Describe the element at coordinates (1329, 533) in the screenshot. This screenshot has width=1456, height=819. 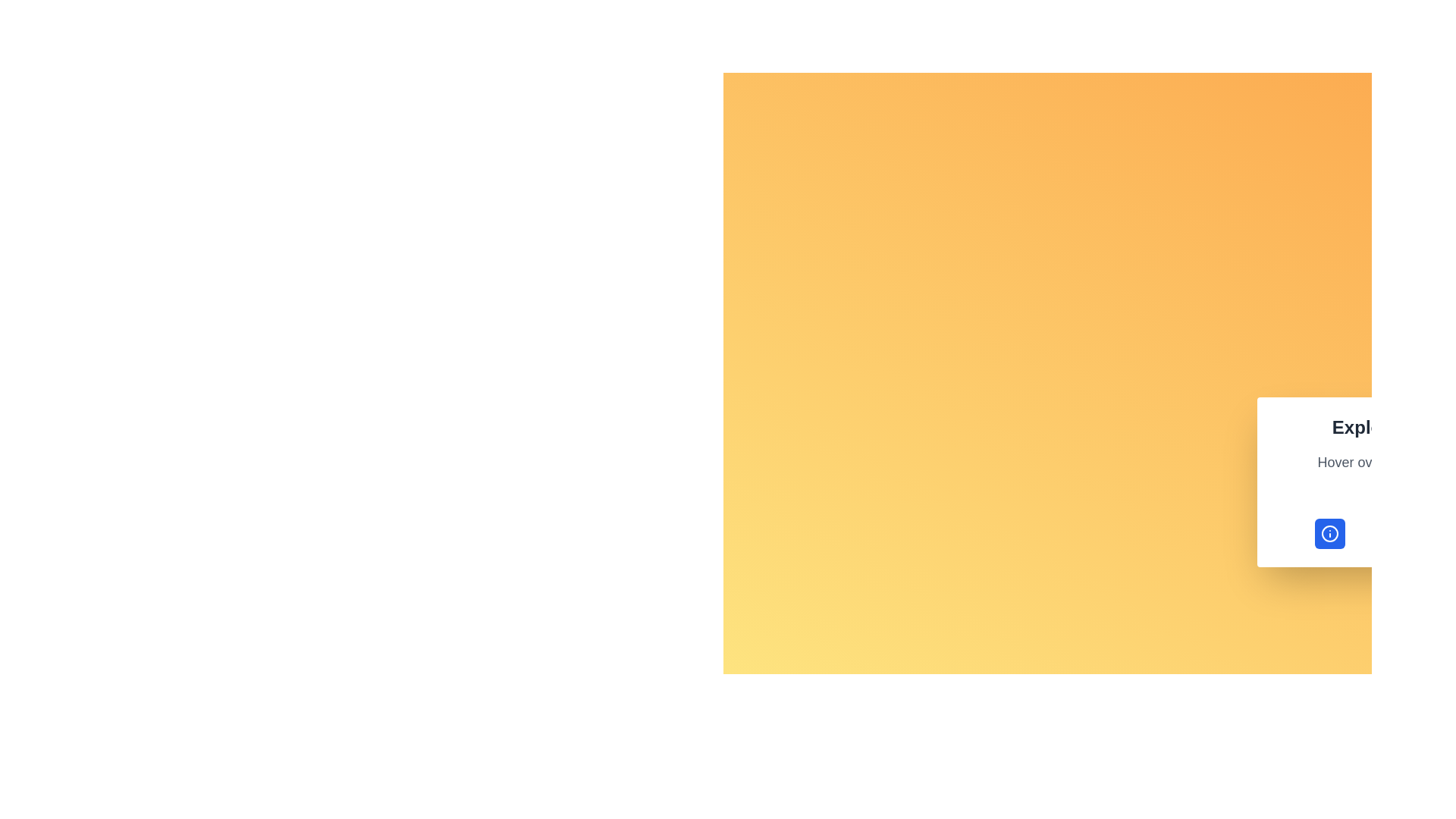
I see `the circular icon embedded in a blue rounded square background, which is the leftmost icon in a row of similar icons located at the bottom-center of its white card` at that location.